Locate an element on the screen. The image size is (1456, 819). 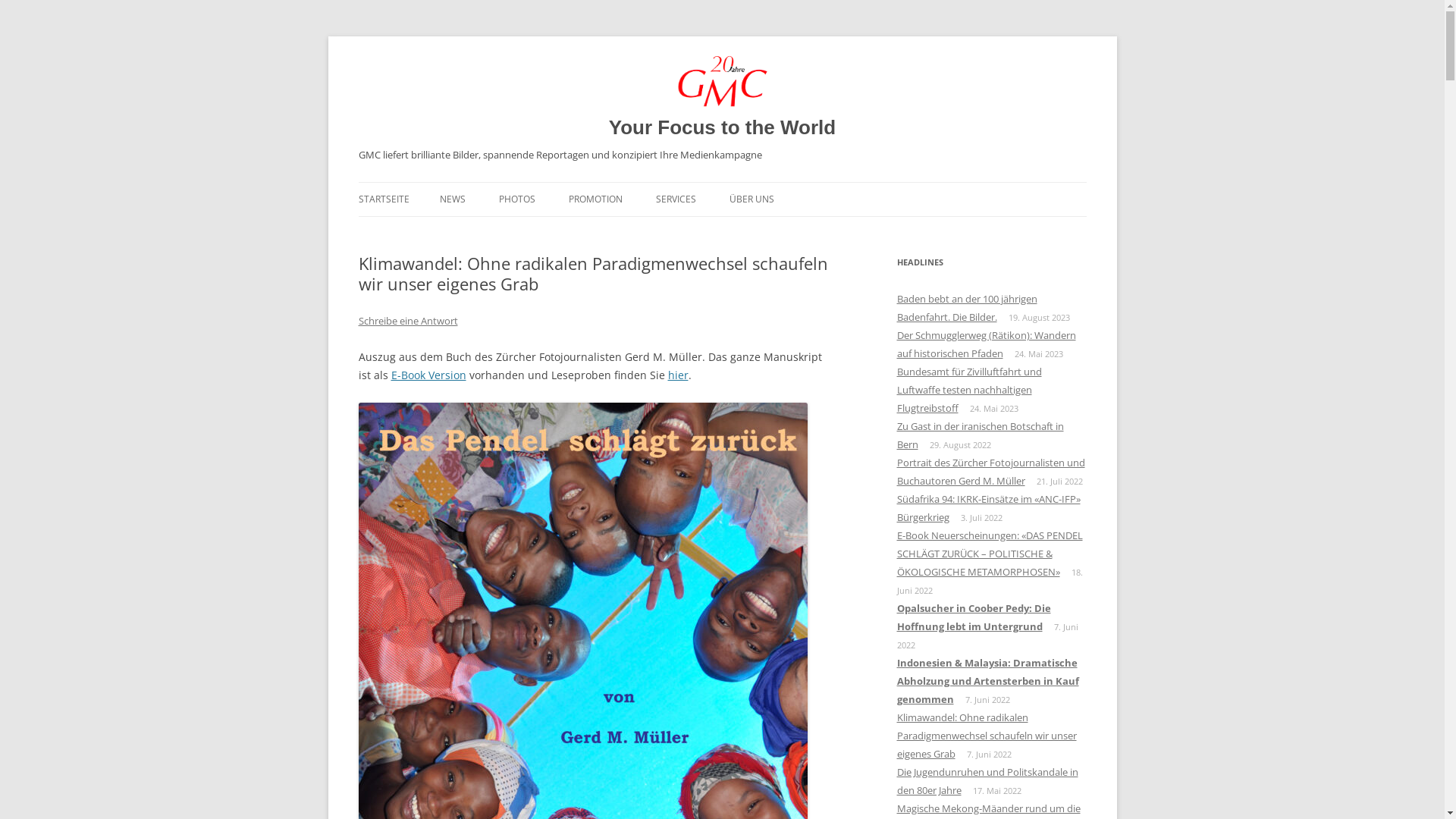
'Opalsucher in Coober Pedy: Die Hoffnung lebt im Untergrund' is located at coordinates (973, 617).